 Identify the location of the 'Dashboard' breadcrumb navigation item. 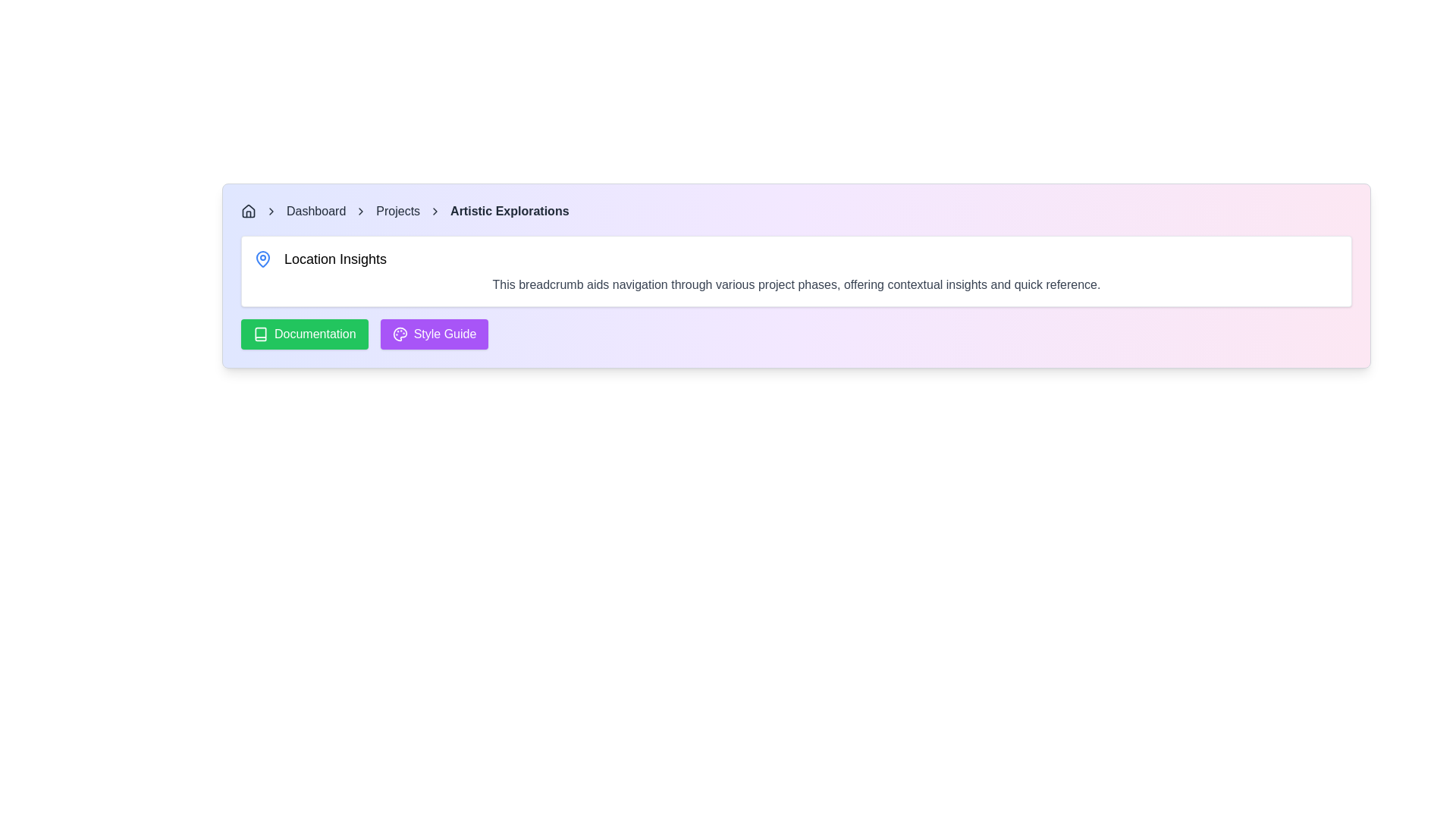
(315, 211).